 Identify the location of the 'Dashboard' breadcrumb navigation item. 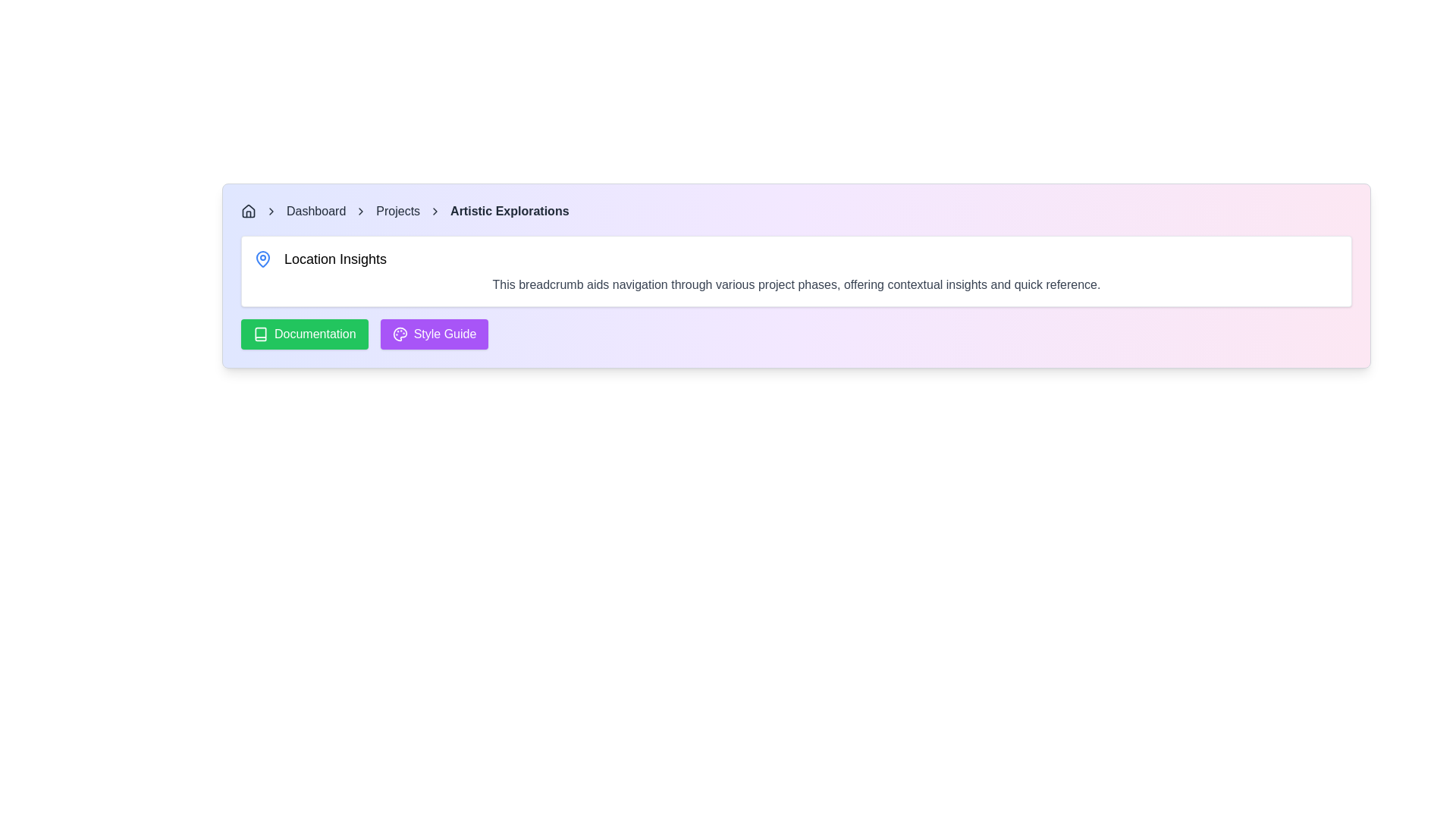
(315, 211).